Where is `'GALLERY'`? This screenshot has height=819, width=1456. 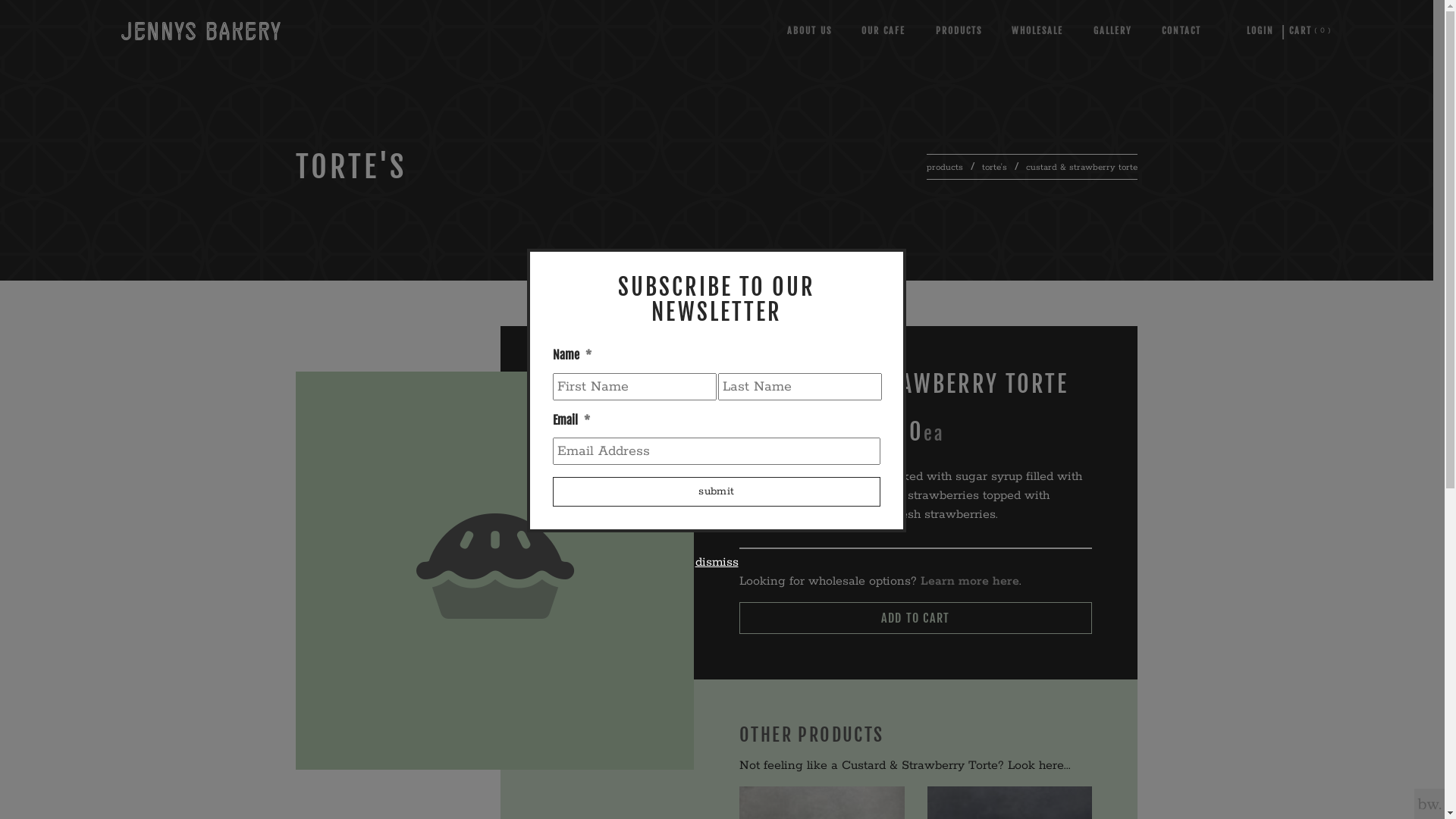 'GALLERY' is located at coordinates (1112, 30).